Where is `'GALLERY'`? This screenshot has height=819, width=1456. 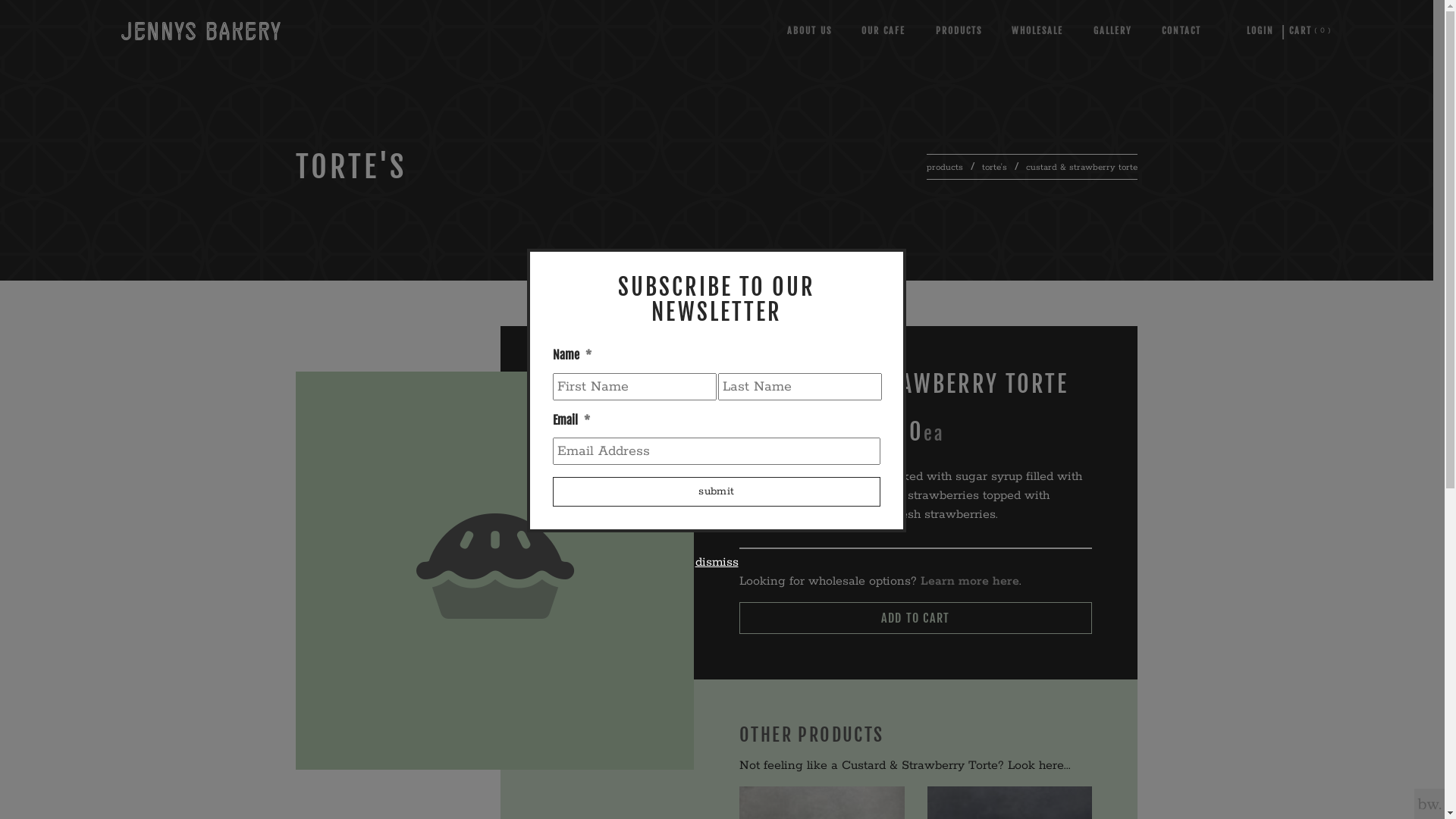 'GALLERY' is located at coordinates (1112, 30).